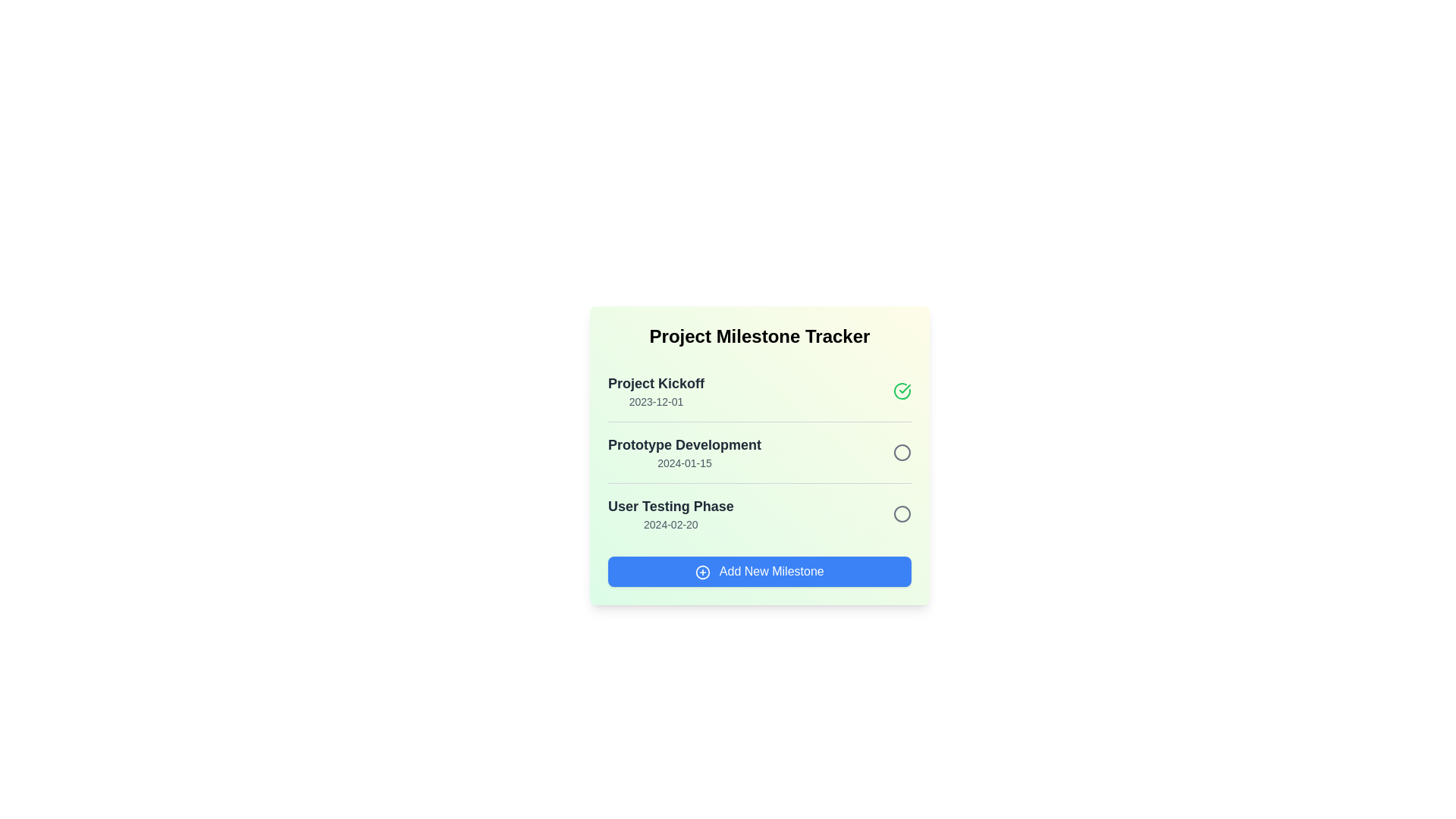  I want to click on the 'Add New Milestone' button to add a new milestone to the list, so click(760, 571).